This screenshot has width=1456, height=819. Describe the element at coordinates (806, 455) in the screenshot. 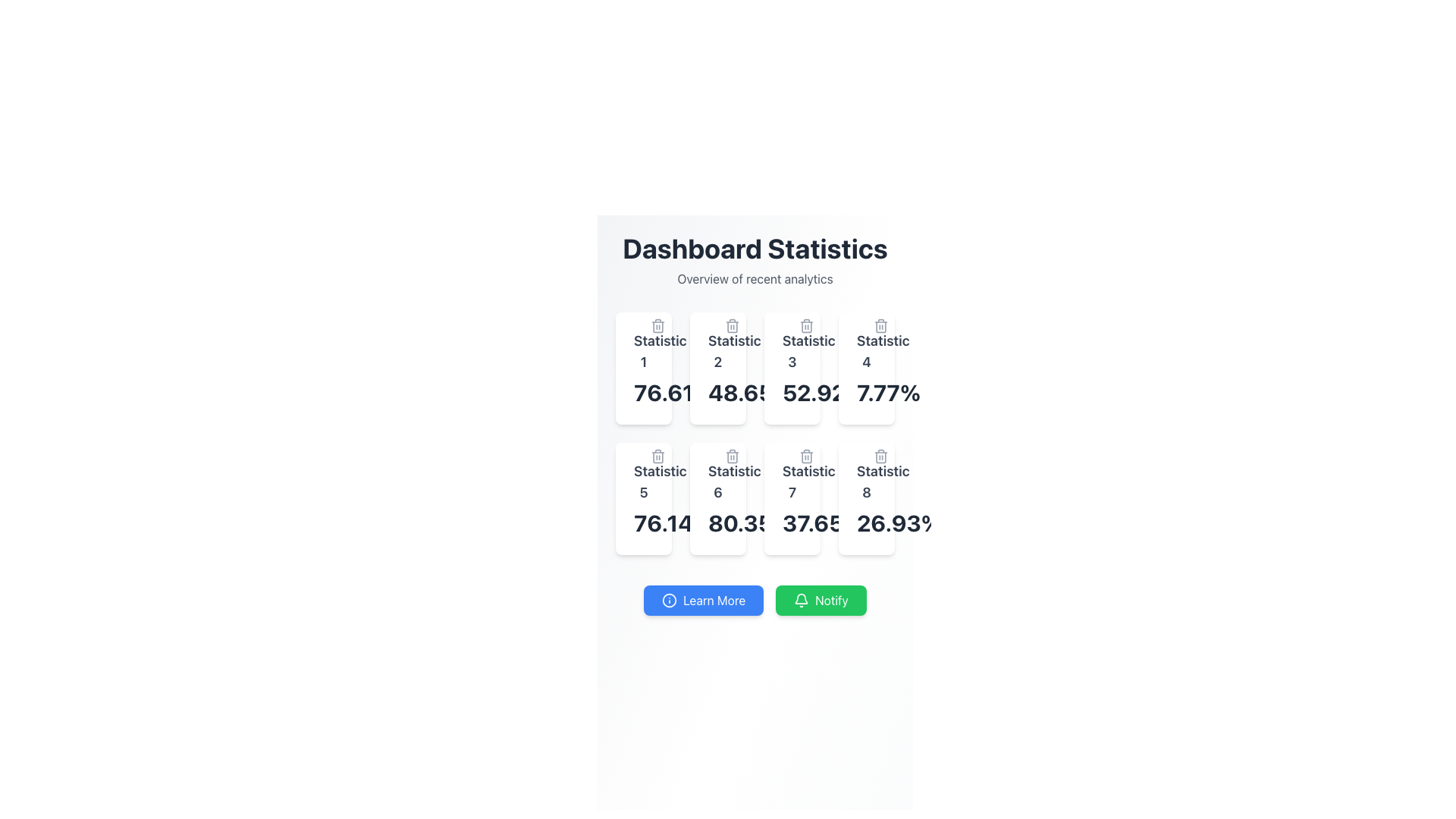

I see `the trash bin icon located in the top-right corner of the 'Statistic 7' card` at that location.